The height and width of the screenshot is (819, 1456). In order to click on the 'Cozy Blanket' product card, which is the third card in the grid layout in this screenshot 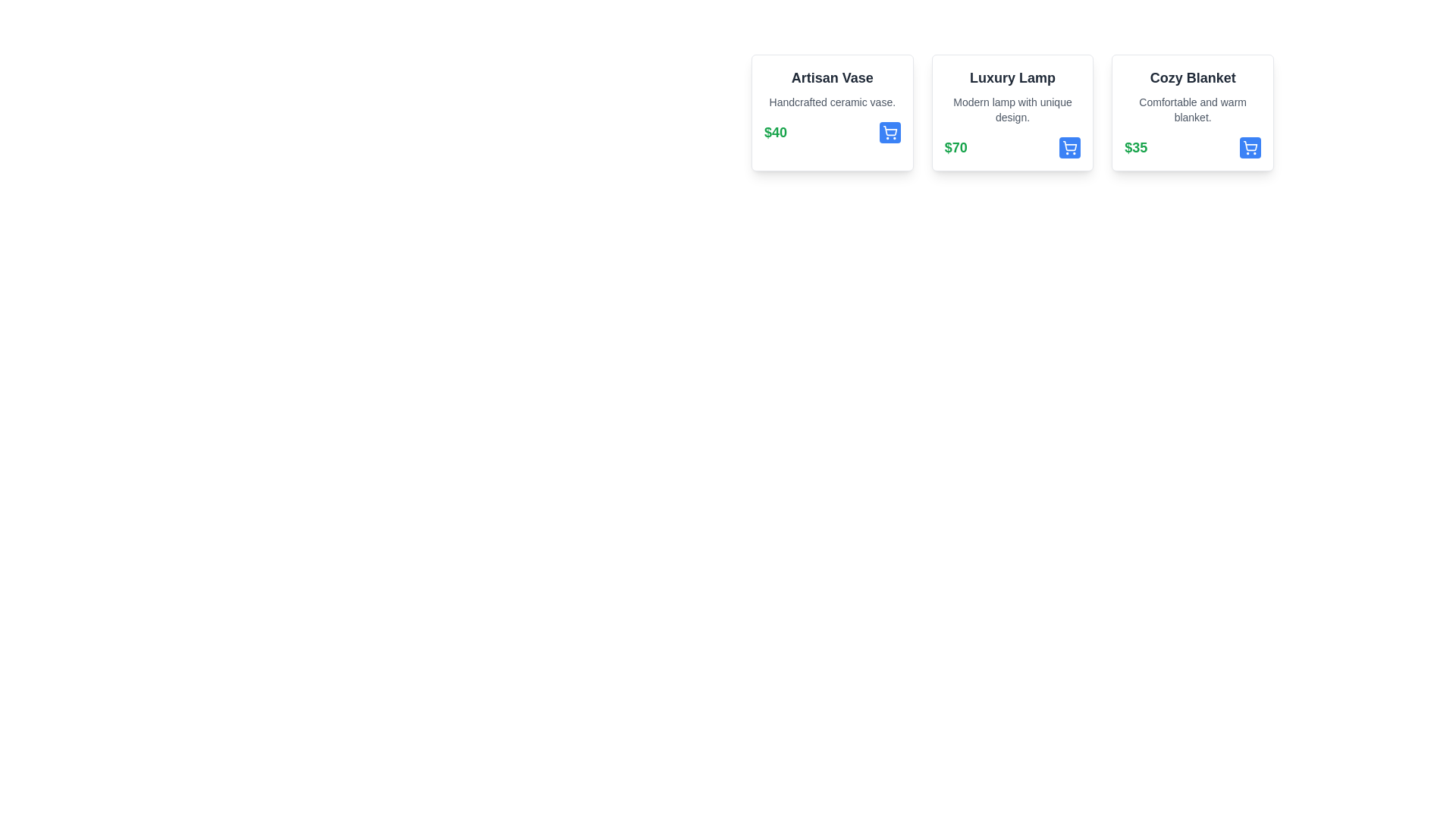, I will do `click(1192, 112)`.